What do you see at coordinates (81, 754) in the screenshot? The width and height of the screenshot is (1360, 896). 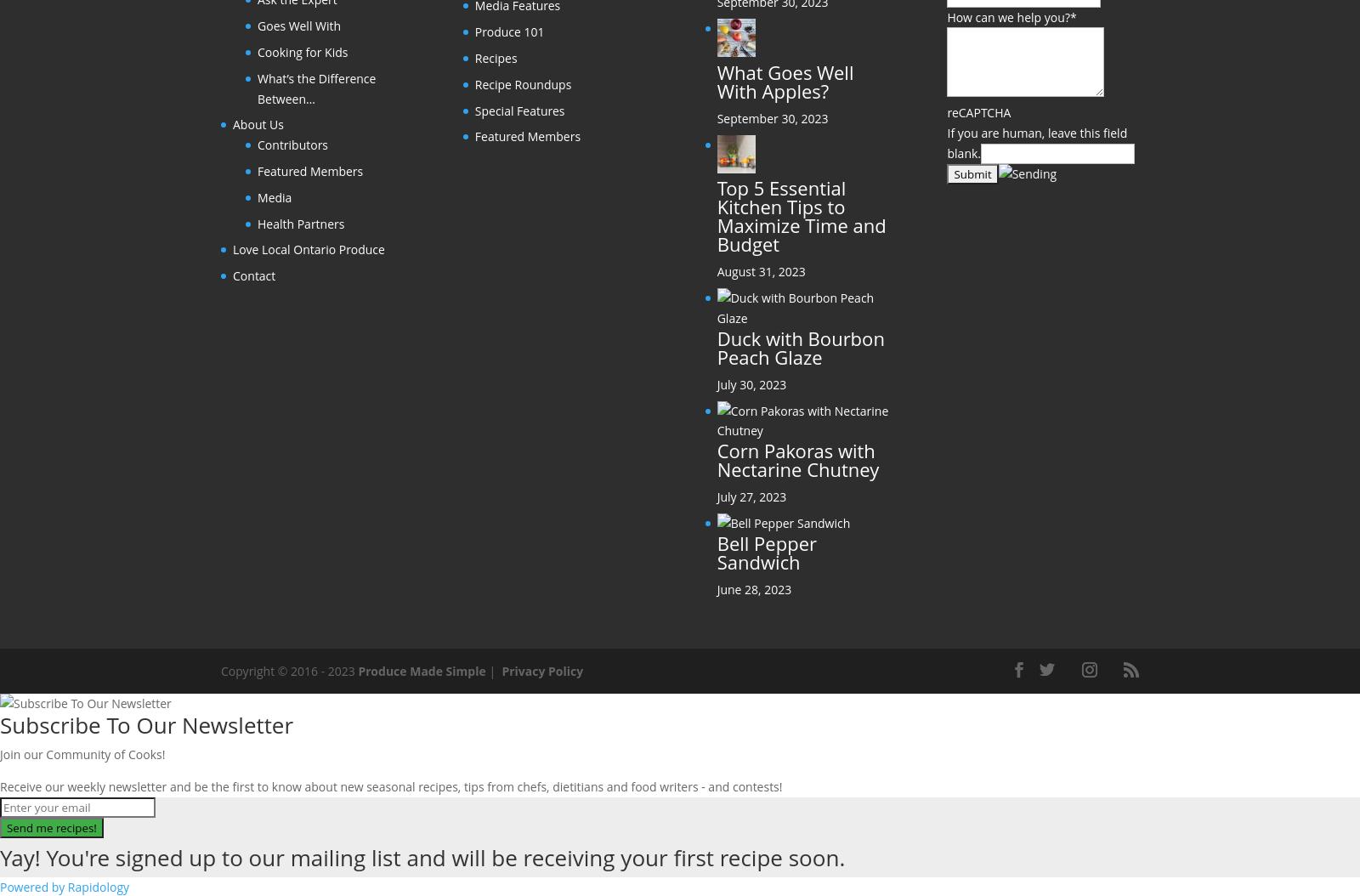 I see `'Join our Community of Cooks!'` at bounding box center [81, 754].